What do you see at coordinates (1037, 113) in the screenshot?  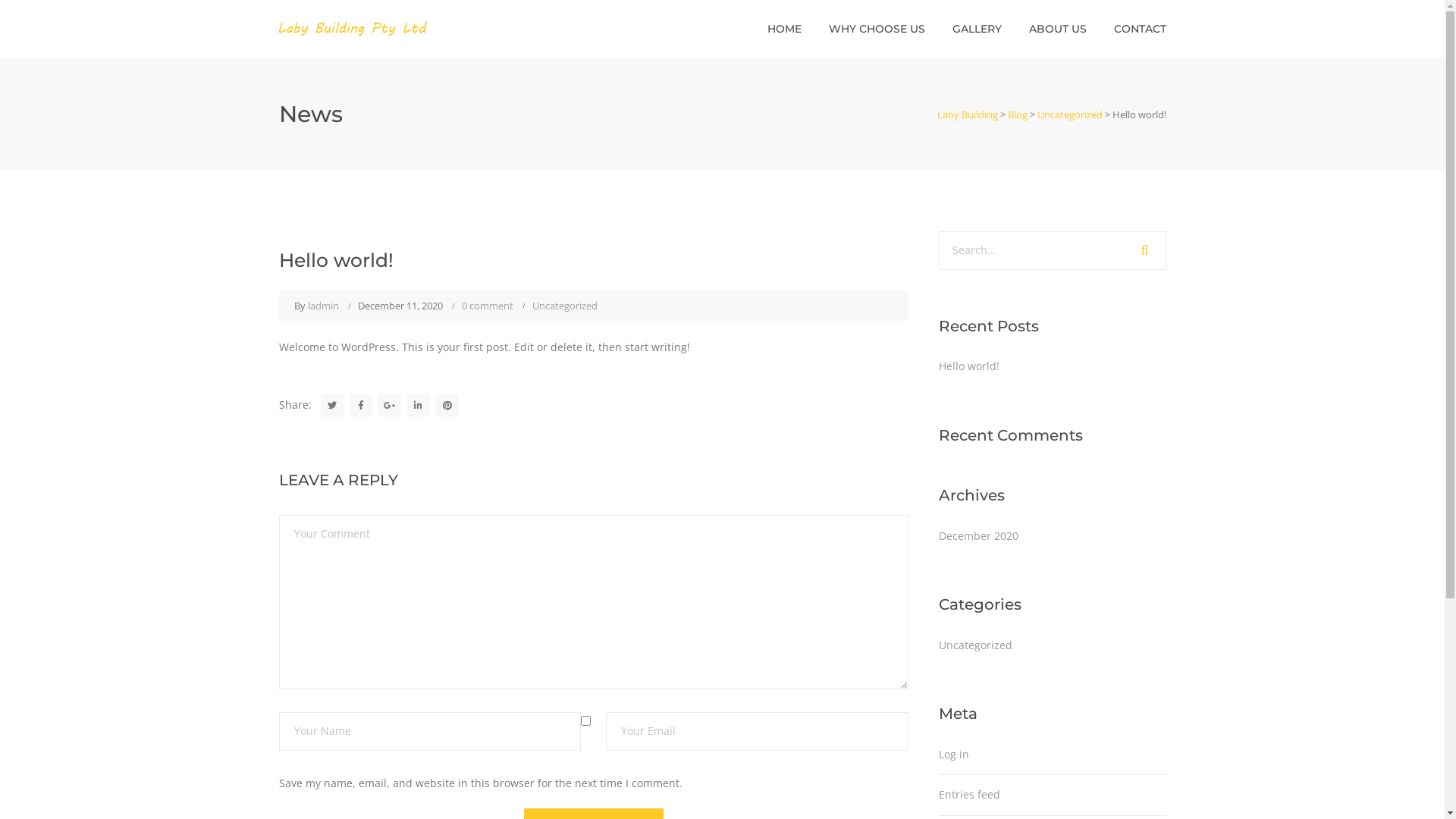 I see `'Uncategorized'` at bounding box center [1037, 113].